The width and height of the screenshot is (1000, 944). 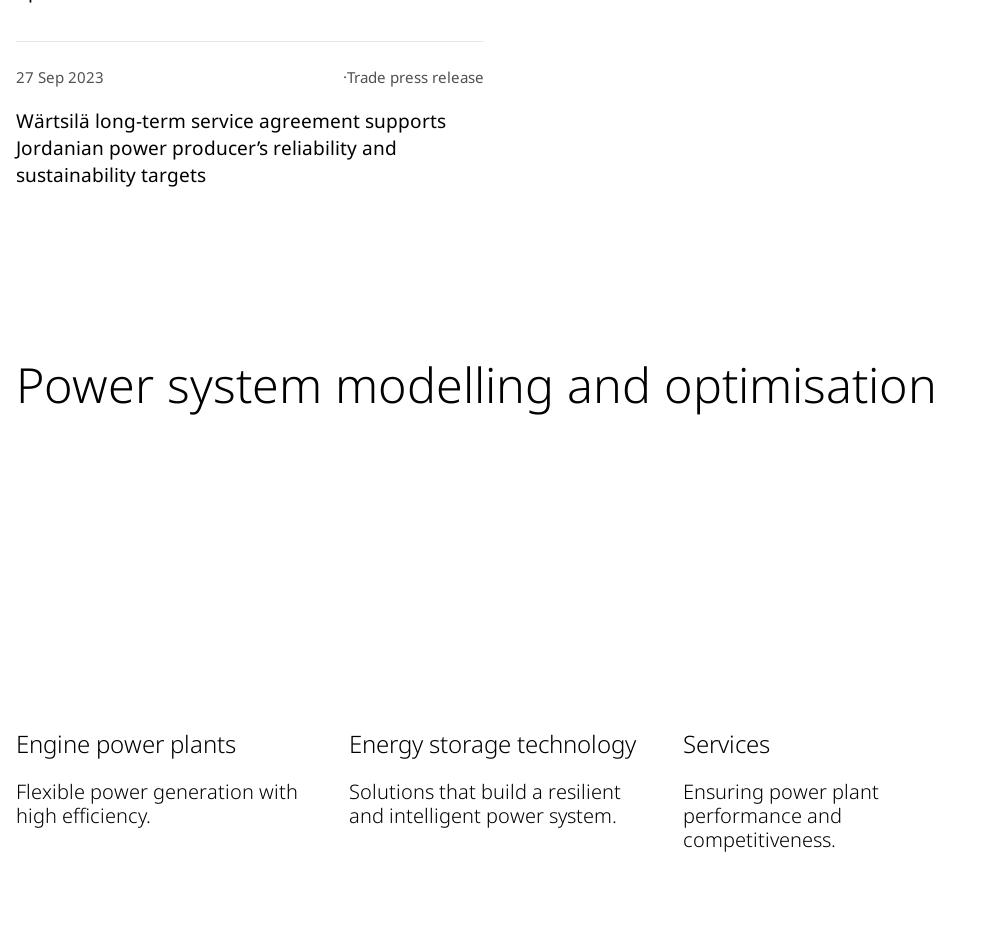 What do you see at coordinates (484, 801) in the screenshot?
I see `'Solutions that build a resilient and intelligent power system.'` at bounding box center [484, 801].